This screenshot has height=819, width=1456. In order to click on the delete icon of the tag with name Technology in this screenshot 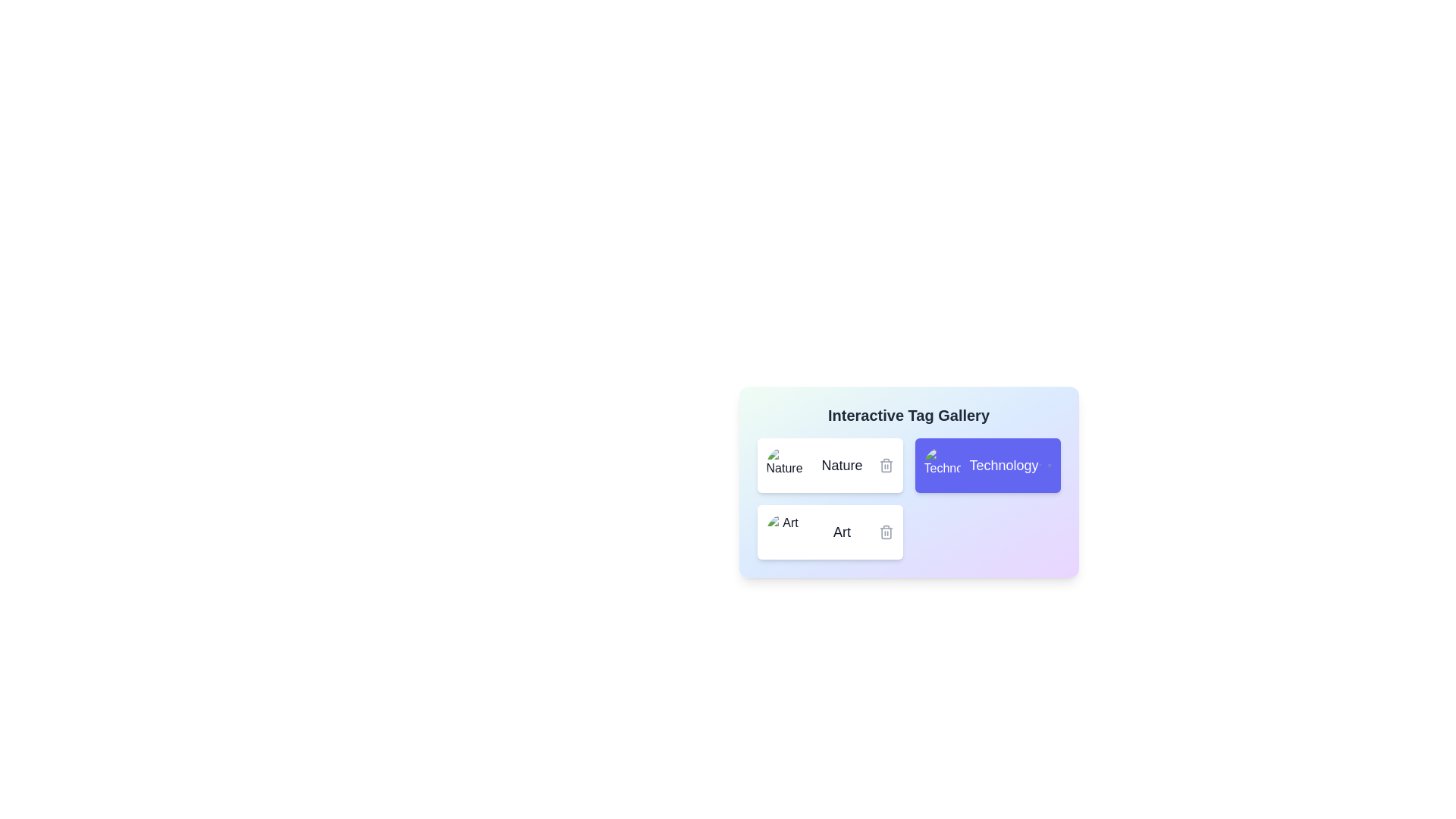, I will do `click(1049, 464)`.